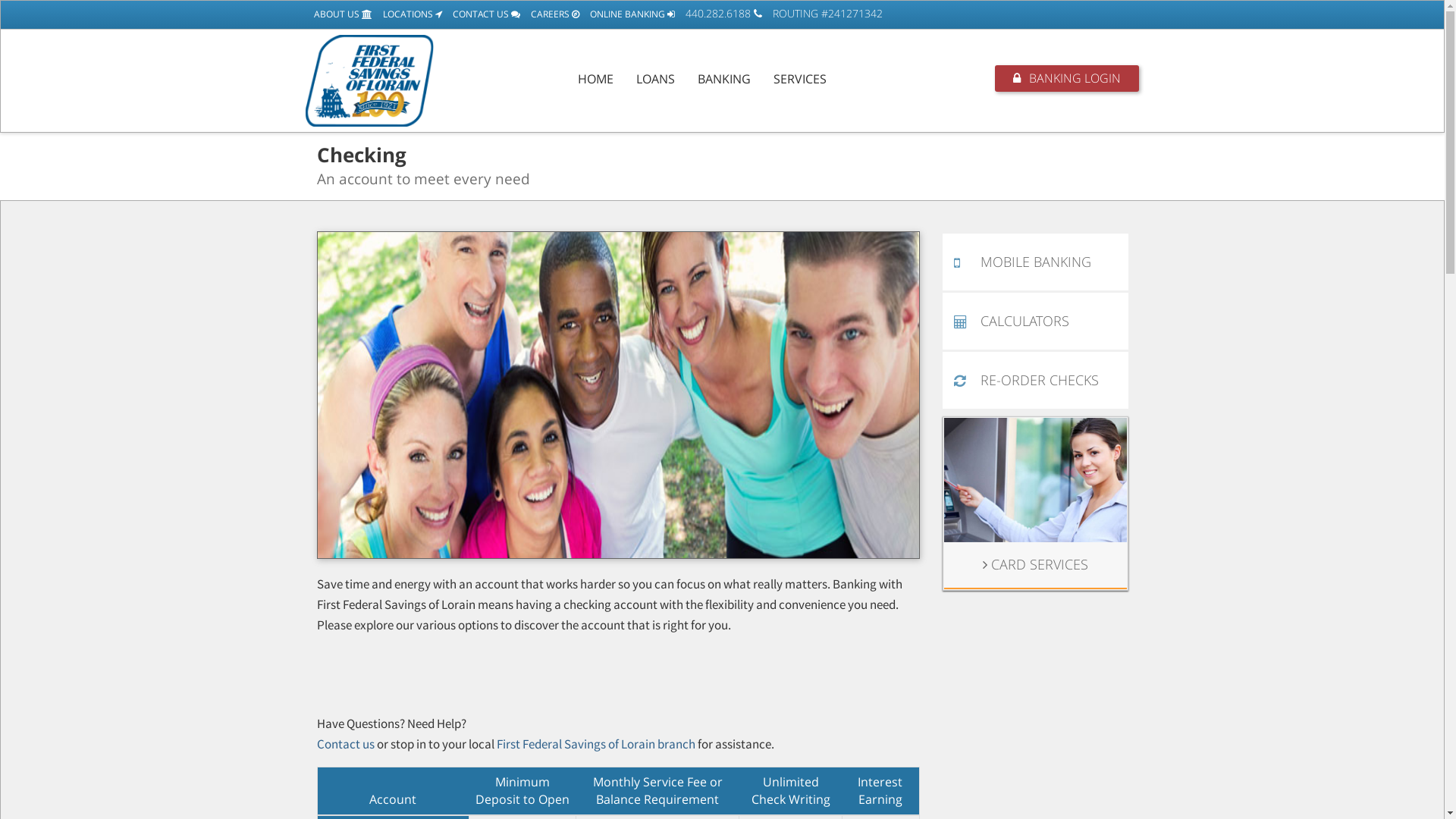 This screenshot has width=1456, height=819. I want to click on 'LOANS', so click(655, 79).